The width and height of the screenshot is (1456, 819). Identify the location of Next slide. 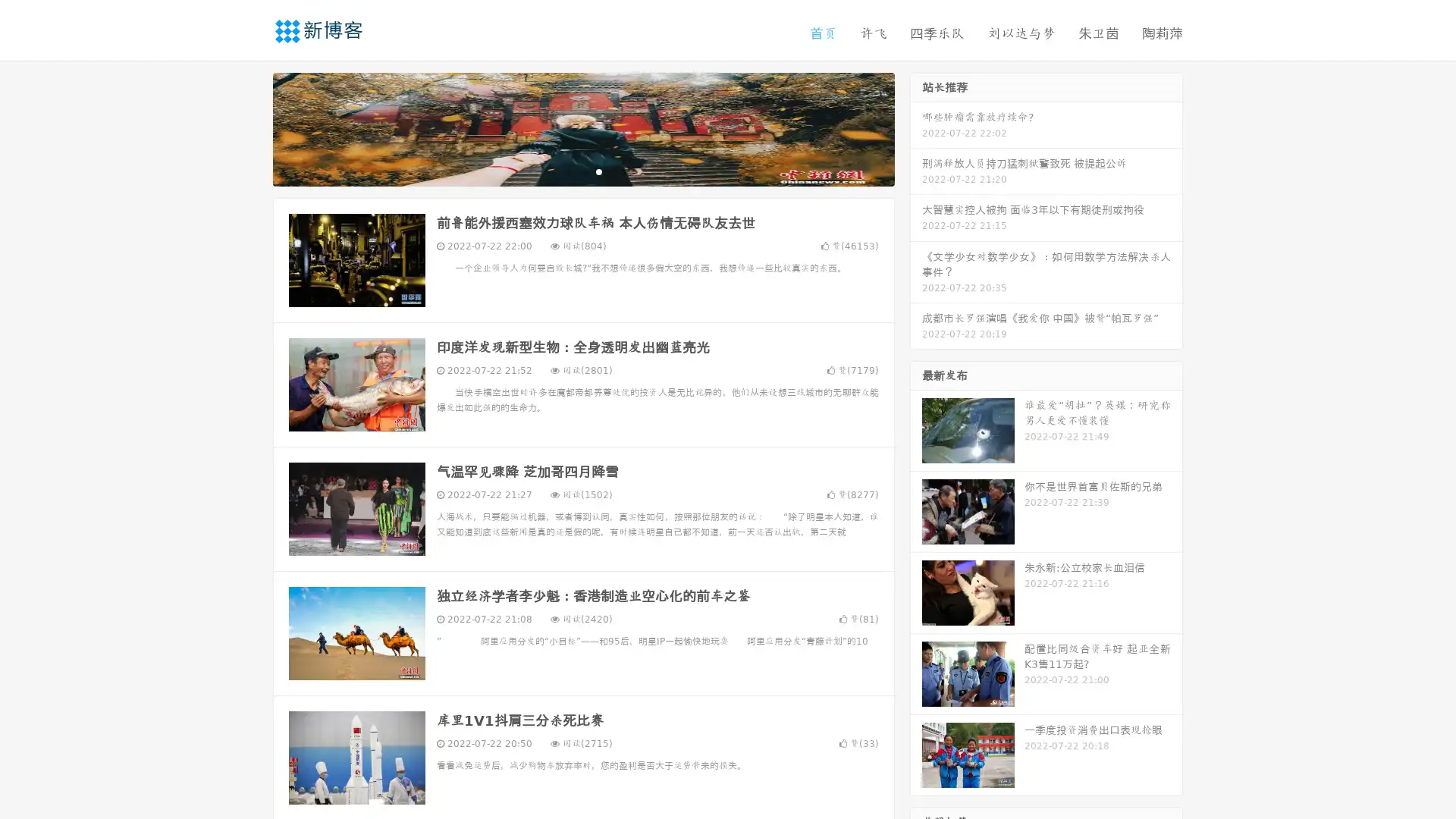
(916, 127).